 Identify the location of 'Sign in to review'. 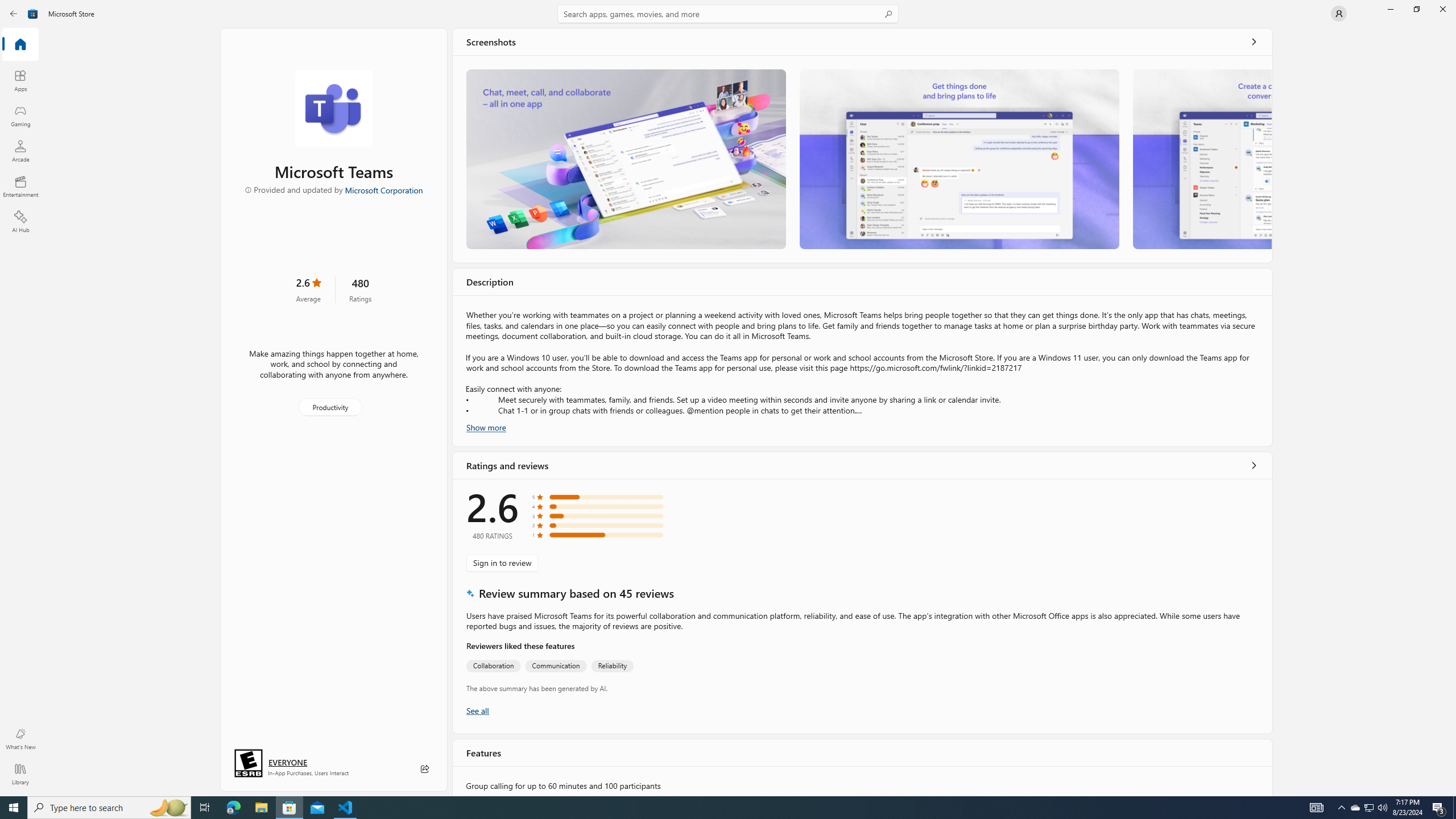
(502, 562).